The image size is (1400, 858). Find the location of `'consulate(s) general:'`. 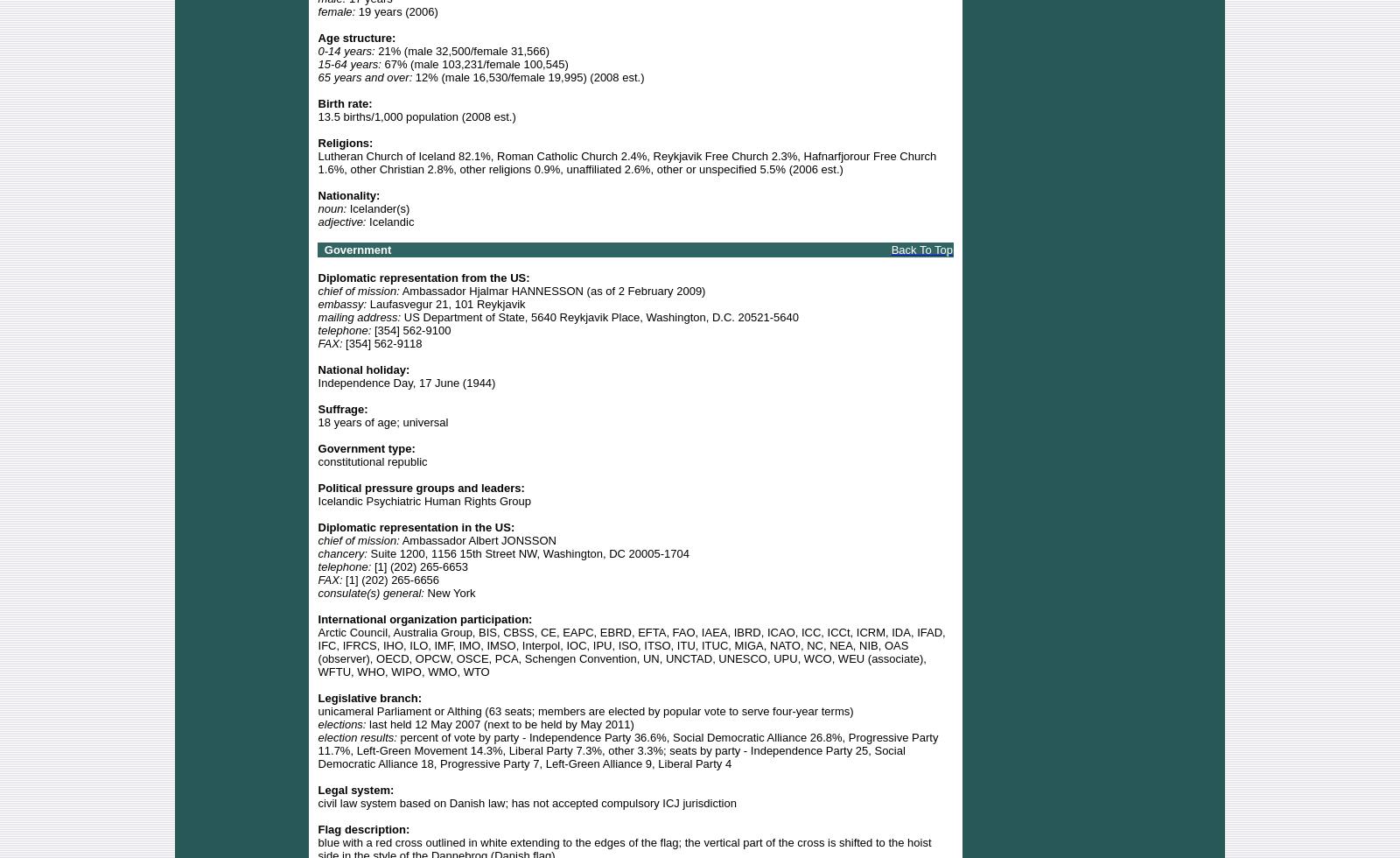

'consulate(s) general:' is located at coordinates (318, 592).